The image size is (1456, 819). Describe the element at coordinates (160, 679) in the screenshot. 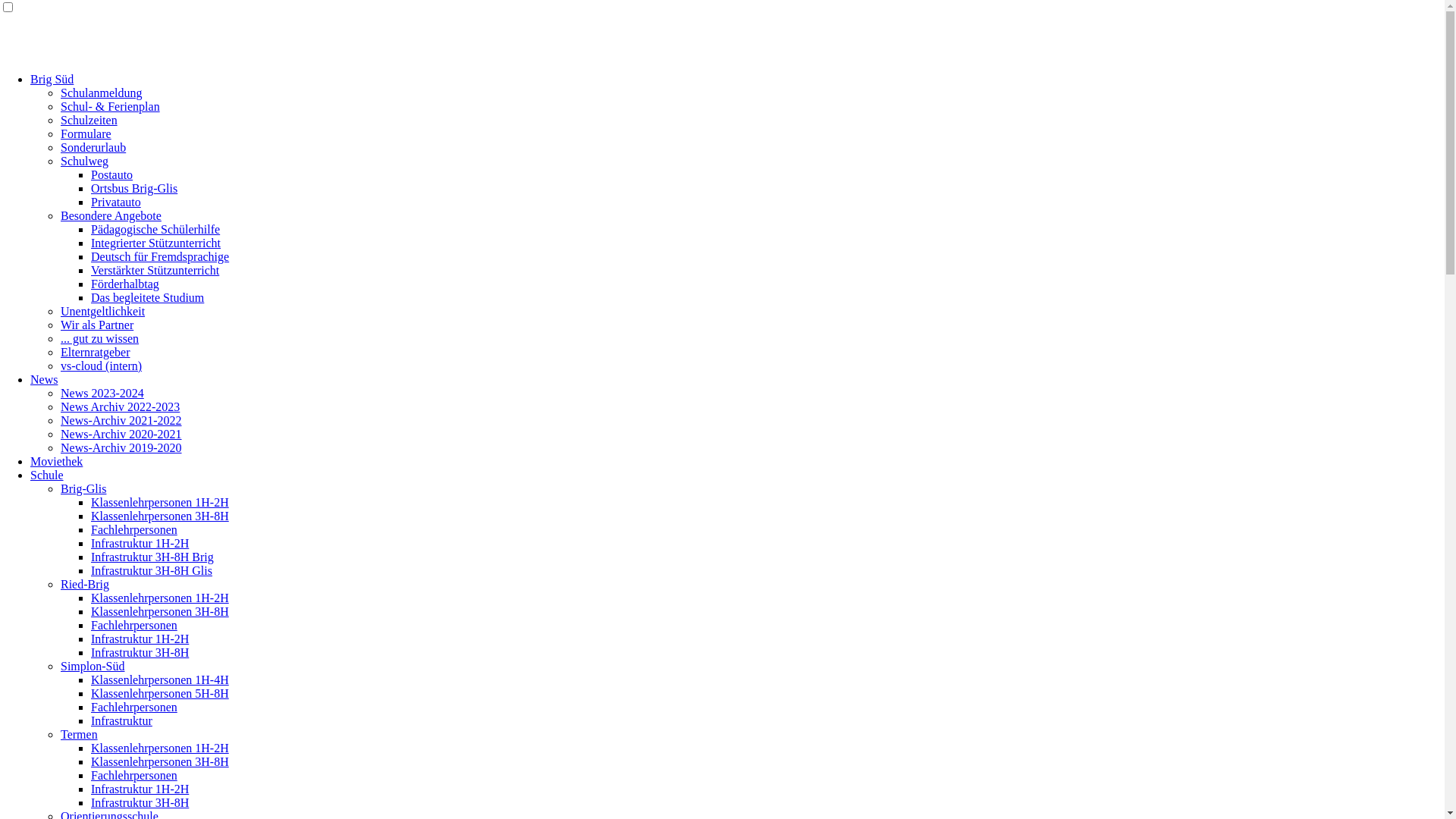

I see `'Klassenlehrpersonen 1H-4H'` at that location.